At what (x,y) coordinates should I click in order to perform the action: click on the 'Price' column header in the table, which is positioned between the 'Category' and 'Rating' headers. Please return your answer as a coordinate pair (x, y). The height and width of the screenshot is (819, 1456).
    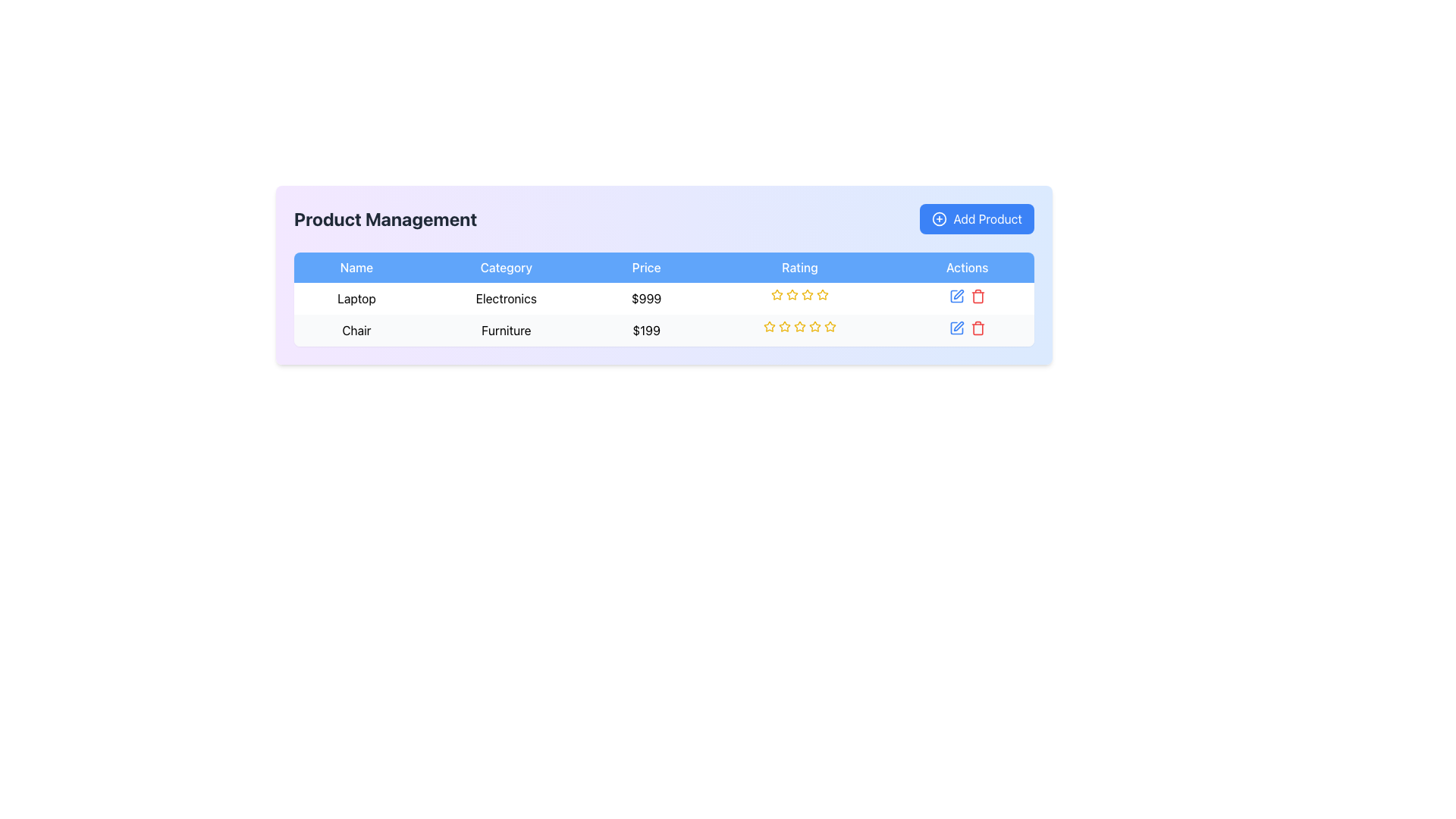
    Looking at the image, I should click on (646, 267).